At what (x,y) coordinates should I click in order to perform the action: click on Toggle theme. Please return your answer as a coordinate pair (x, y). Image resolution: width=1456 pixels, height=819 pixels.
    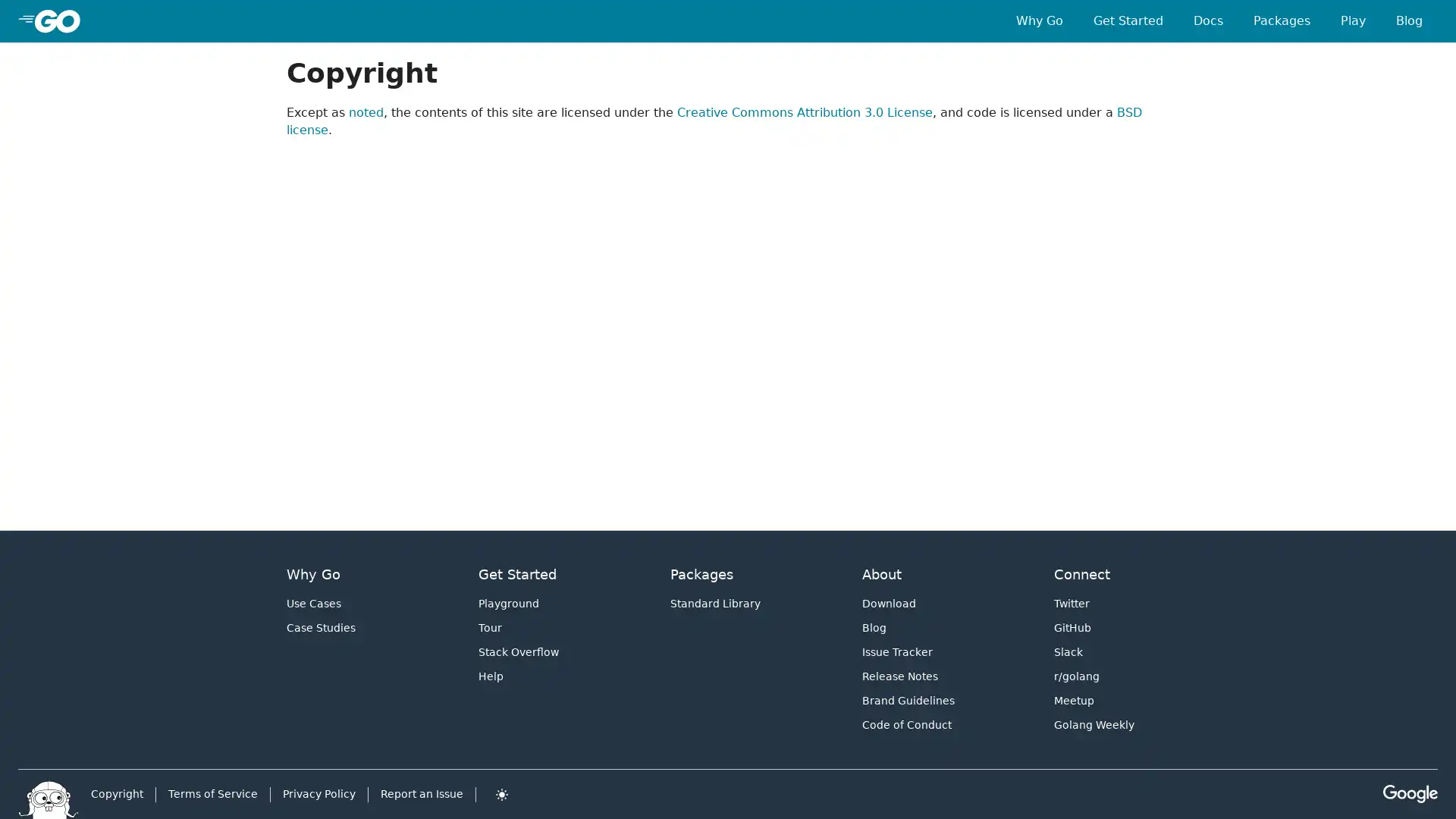
    Looking at the image, I should click on (502, 792).